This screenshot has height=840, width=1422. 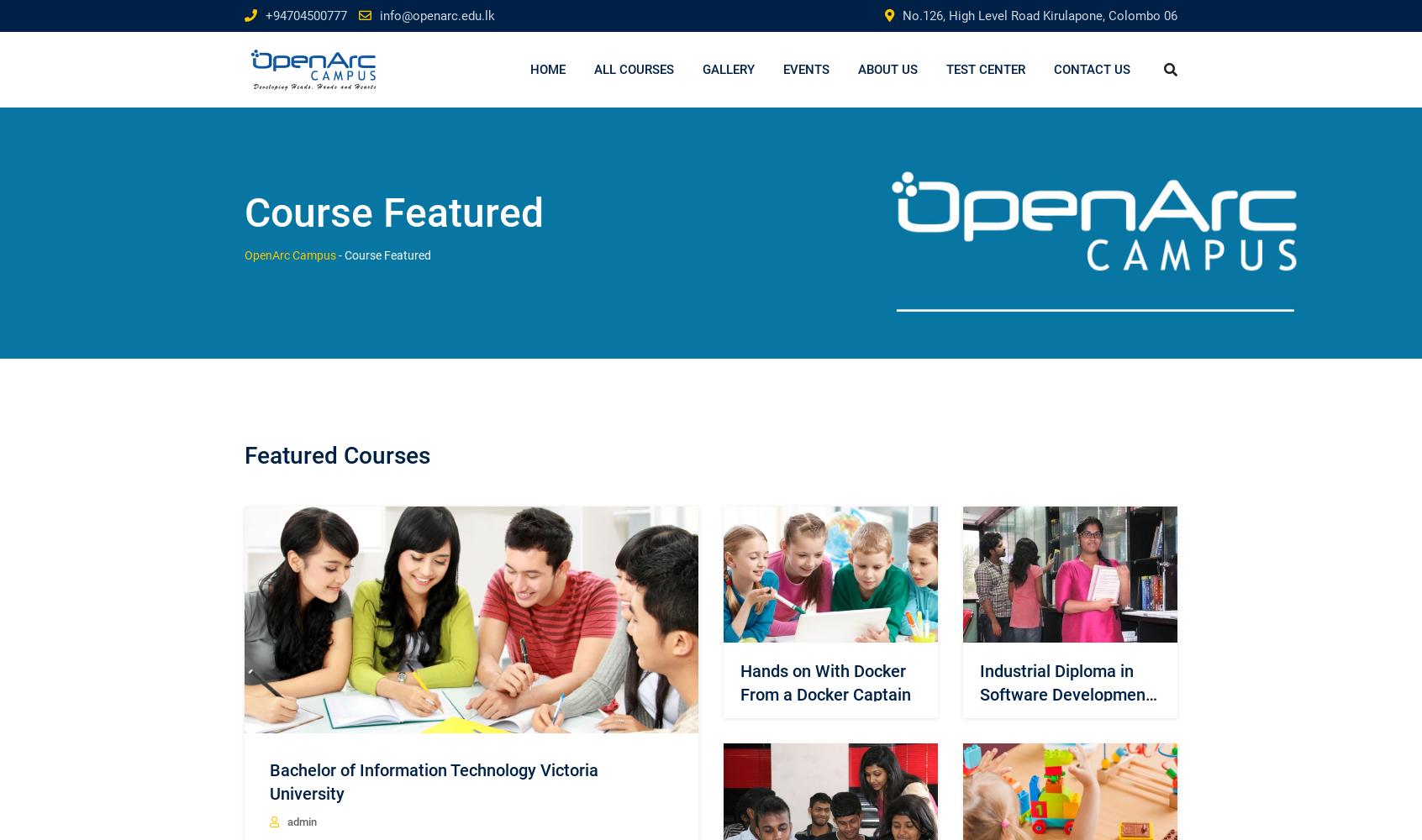 What do you see at coordinates (340, 255) in the screenshot?
I see `'-'` at bounding box center [340, 255].